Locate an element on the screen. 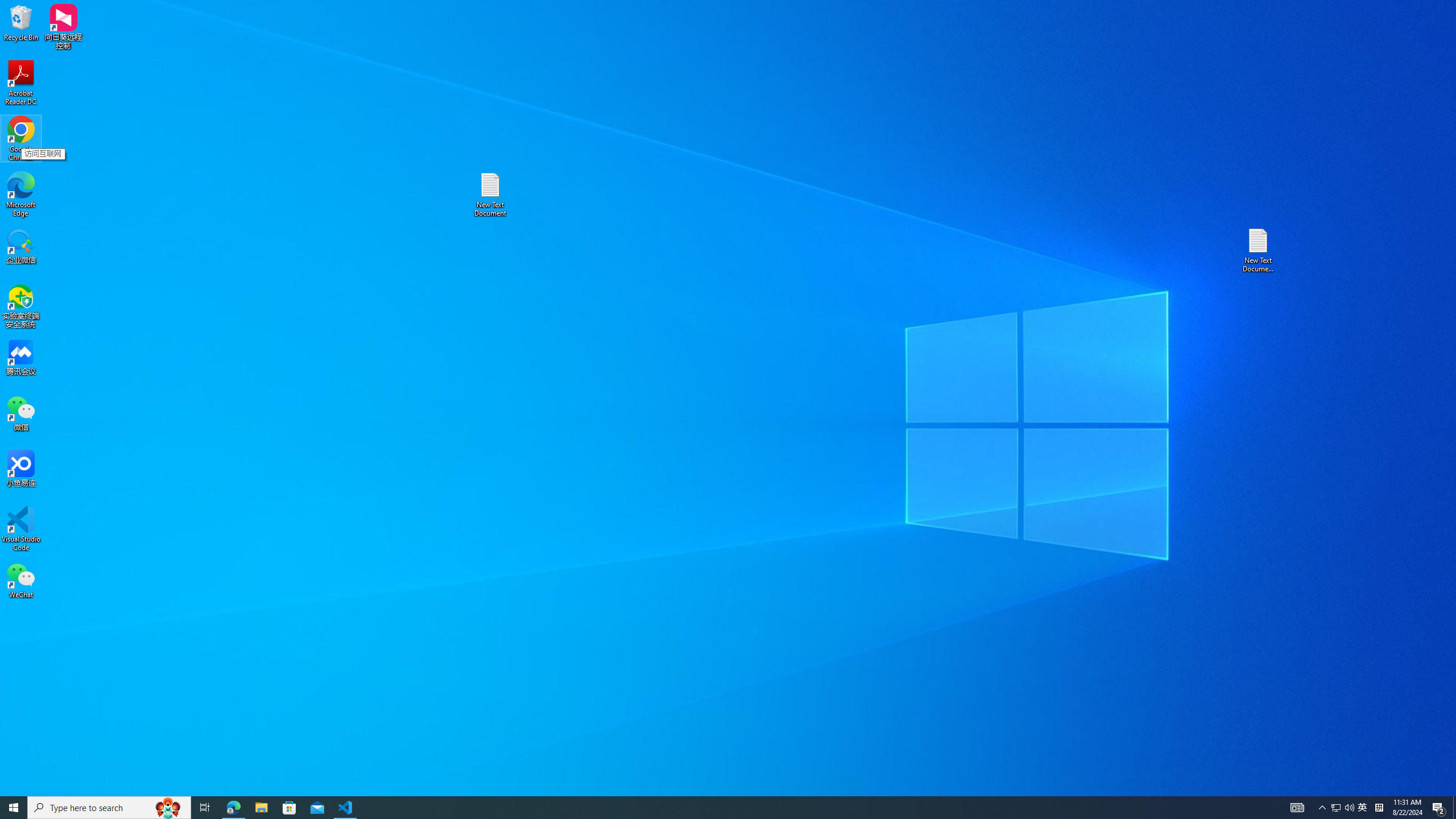  'Google Chrome' is located at coordinates (20, 139).